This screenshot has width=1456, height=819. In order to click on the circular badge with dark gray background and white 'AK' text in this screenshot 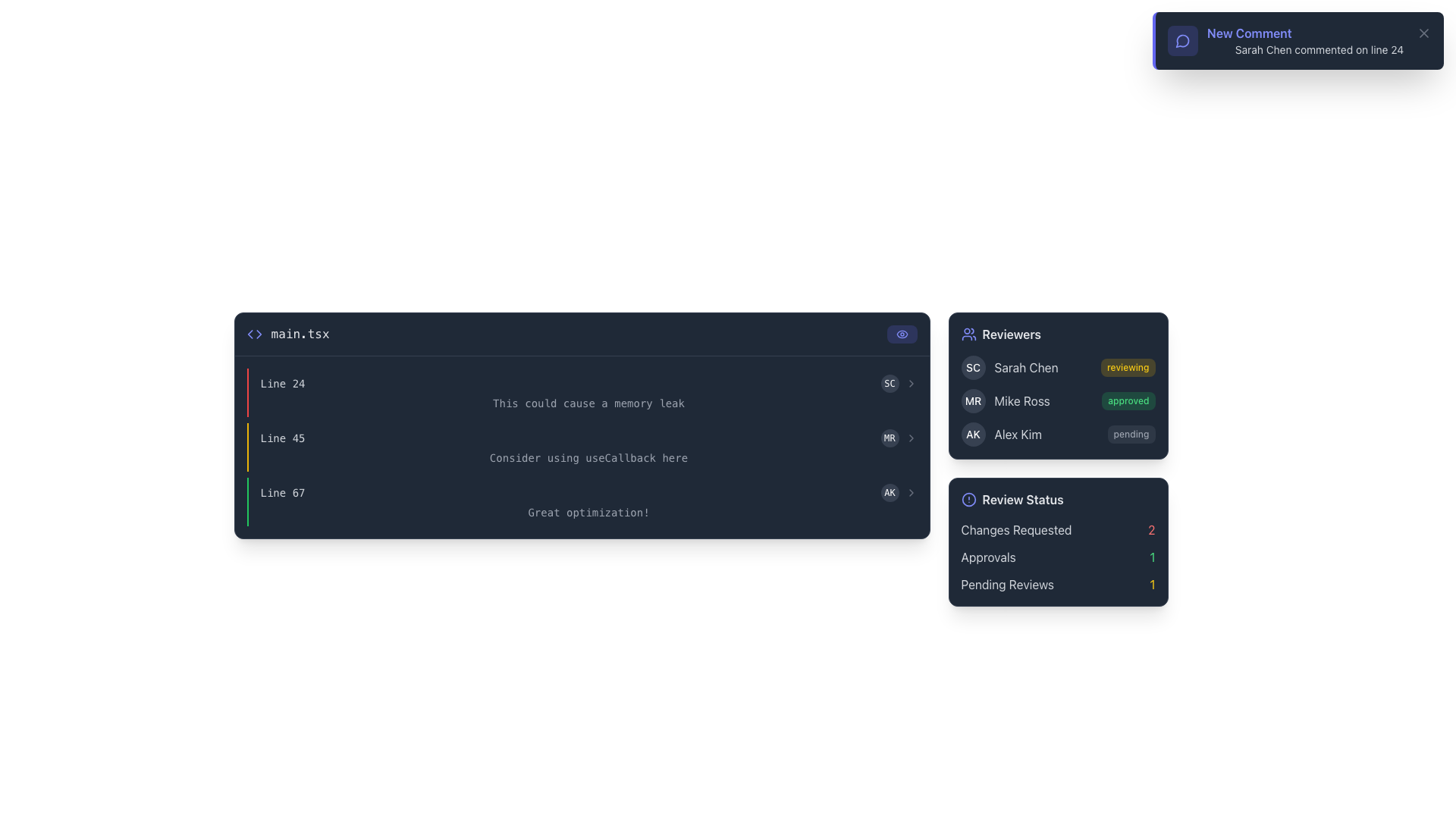, I will do `click(890, 493)`.